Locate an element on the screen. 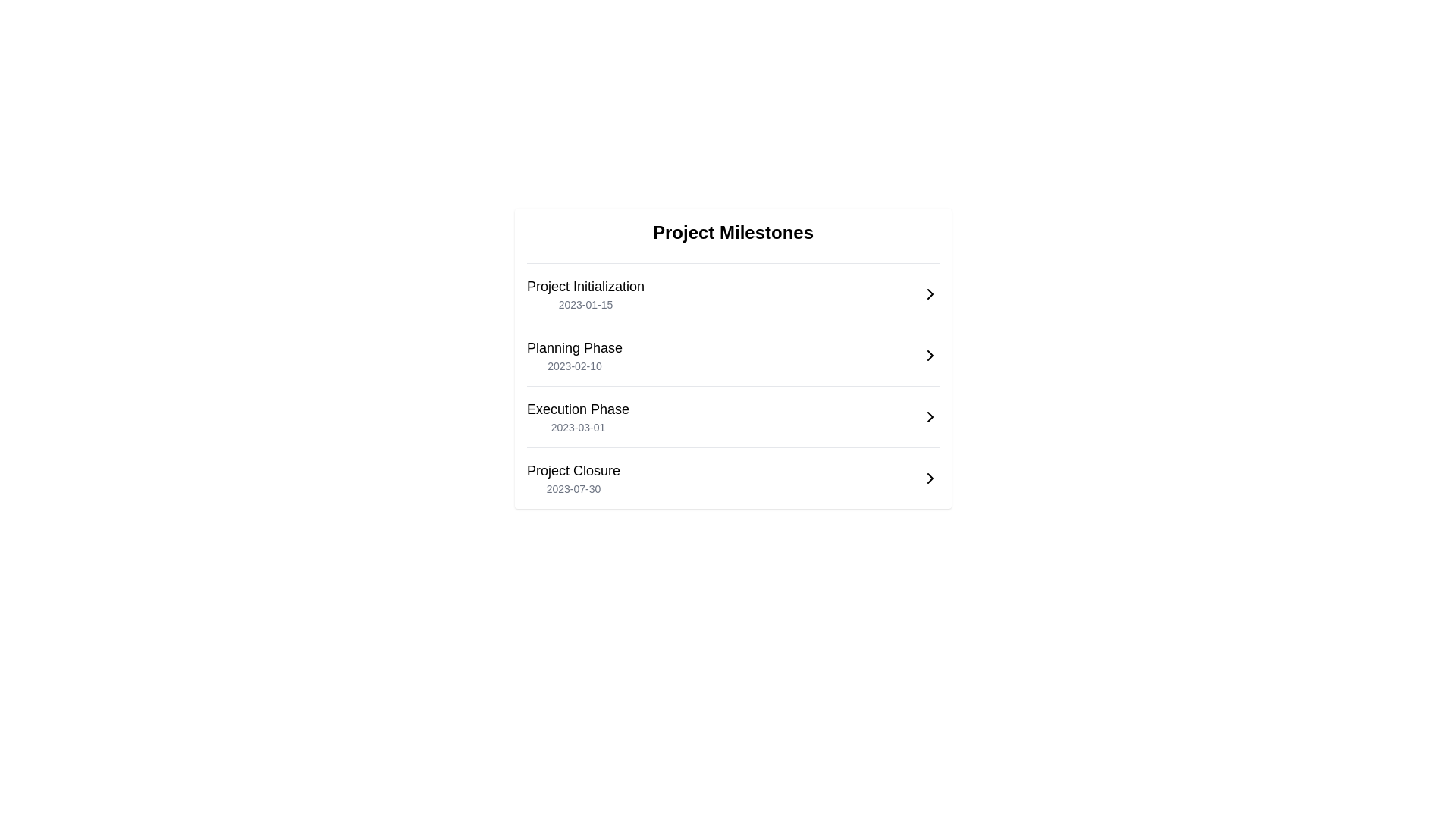  text displaying the date '2023-07-30' located below the 'Project Closure' label in the 'Project Milestones' list is located at coordinates (573, 488).